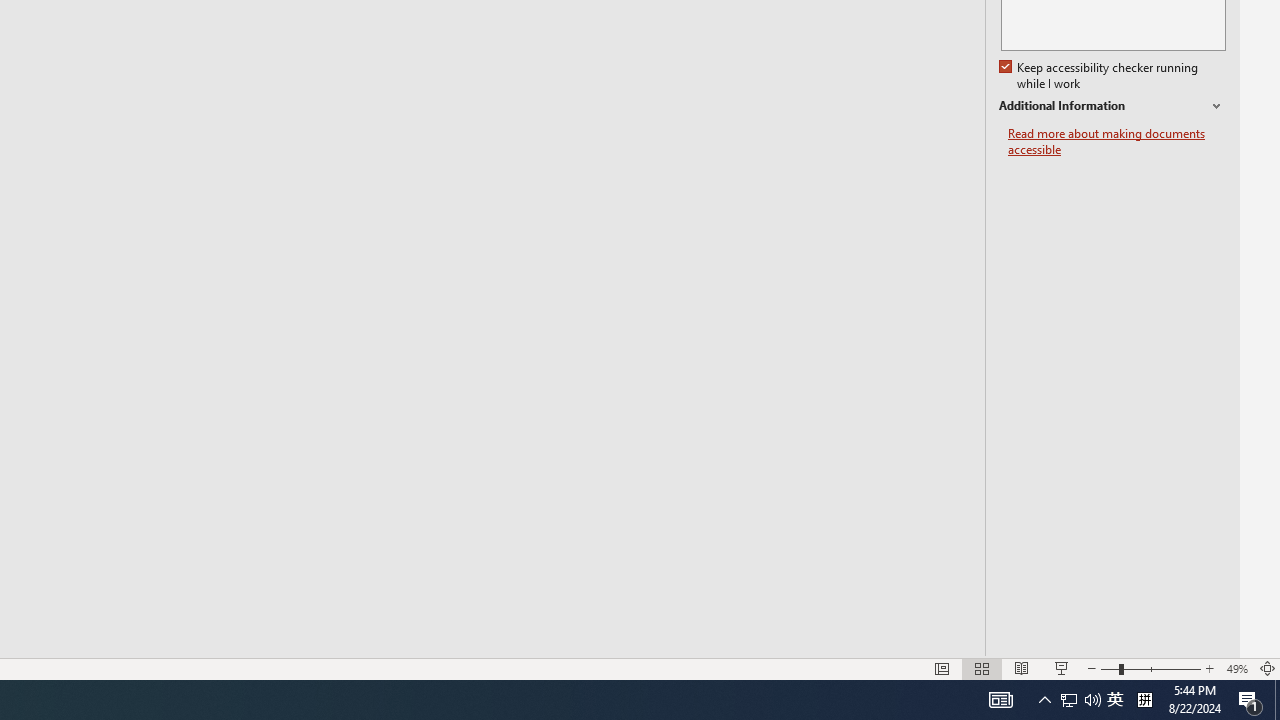 The width and height of the screenshot is (1280, 720). Describe the element at coordinates (1060, 669) in the screenshot. I see `'Slide Show'` at that location.